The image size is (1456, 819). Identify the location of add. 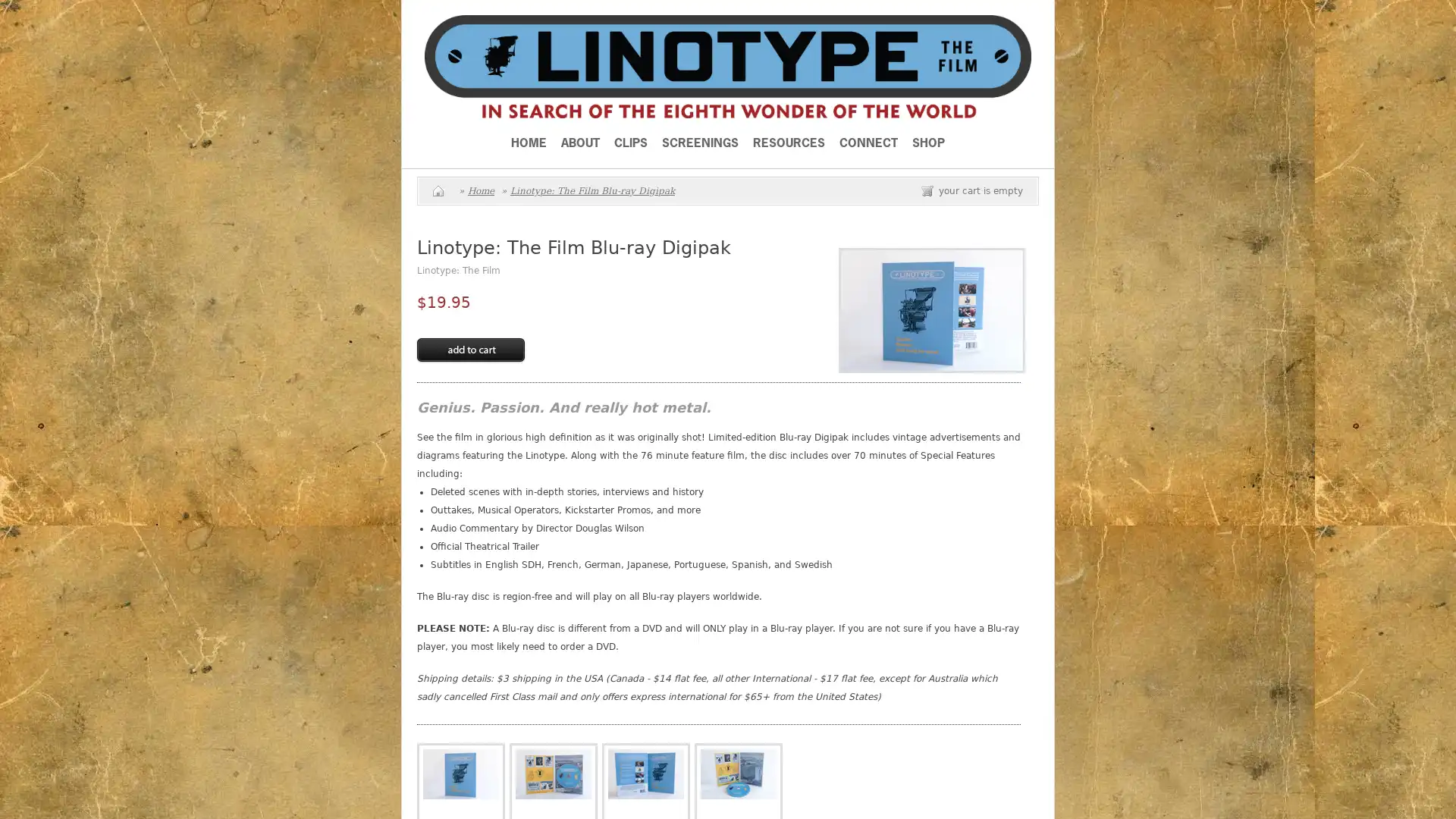
(469, 350).